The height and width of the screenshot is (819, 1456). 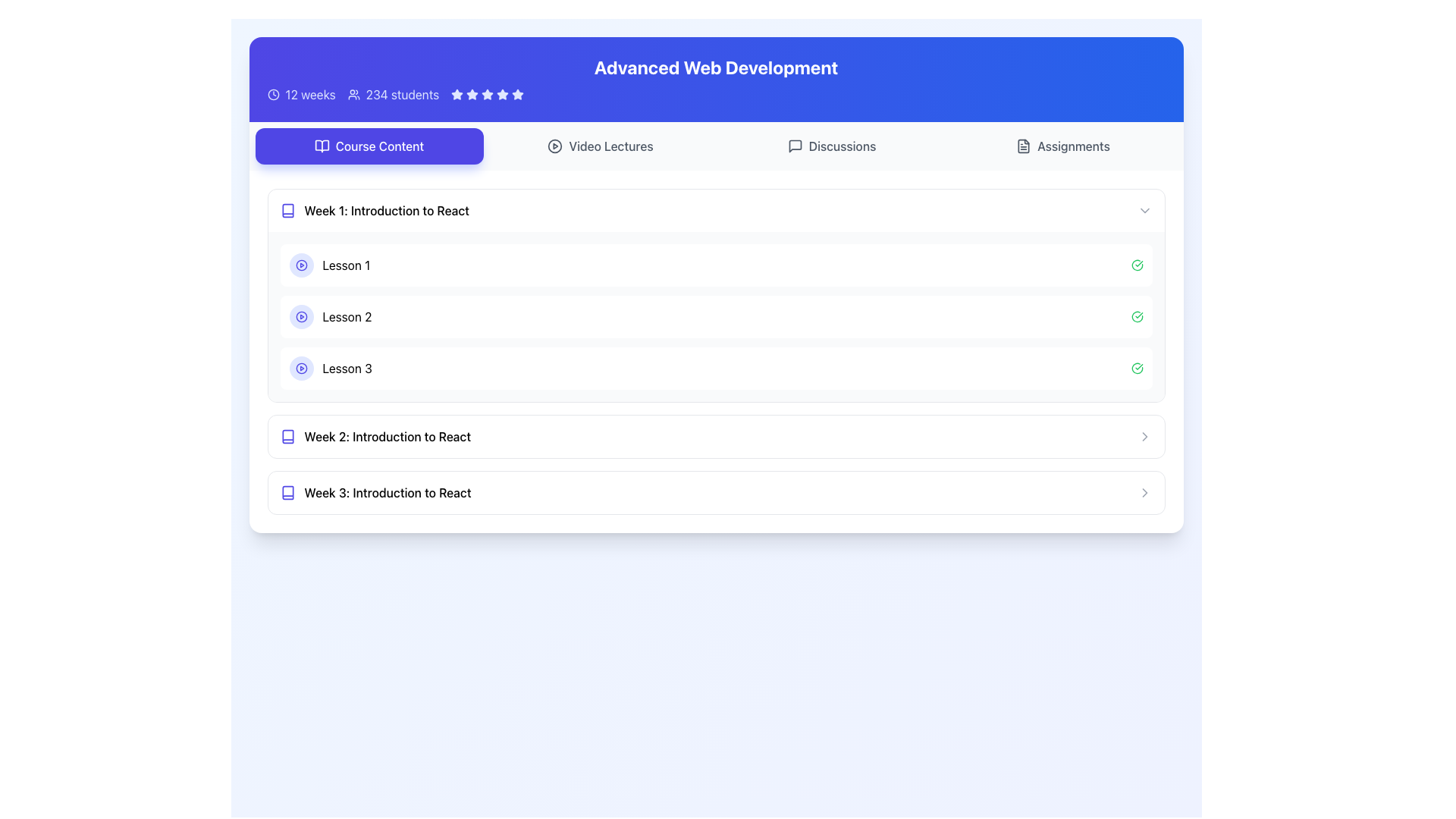 What do you see at coordinates (301, 265) in the screenshot?
I see `the play button for 'Lesson 1' located to the left of the 'Lesson 1' text in the 'Week 1: Introduction to React' section` at bounding box center [301, 265].